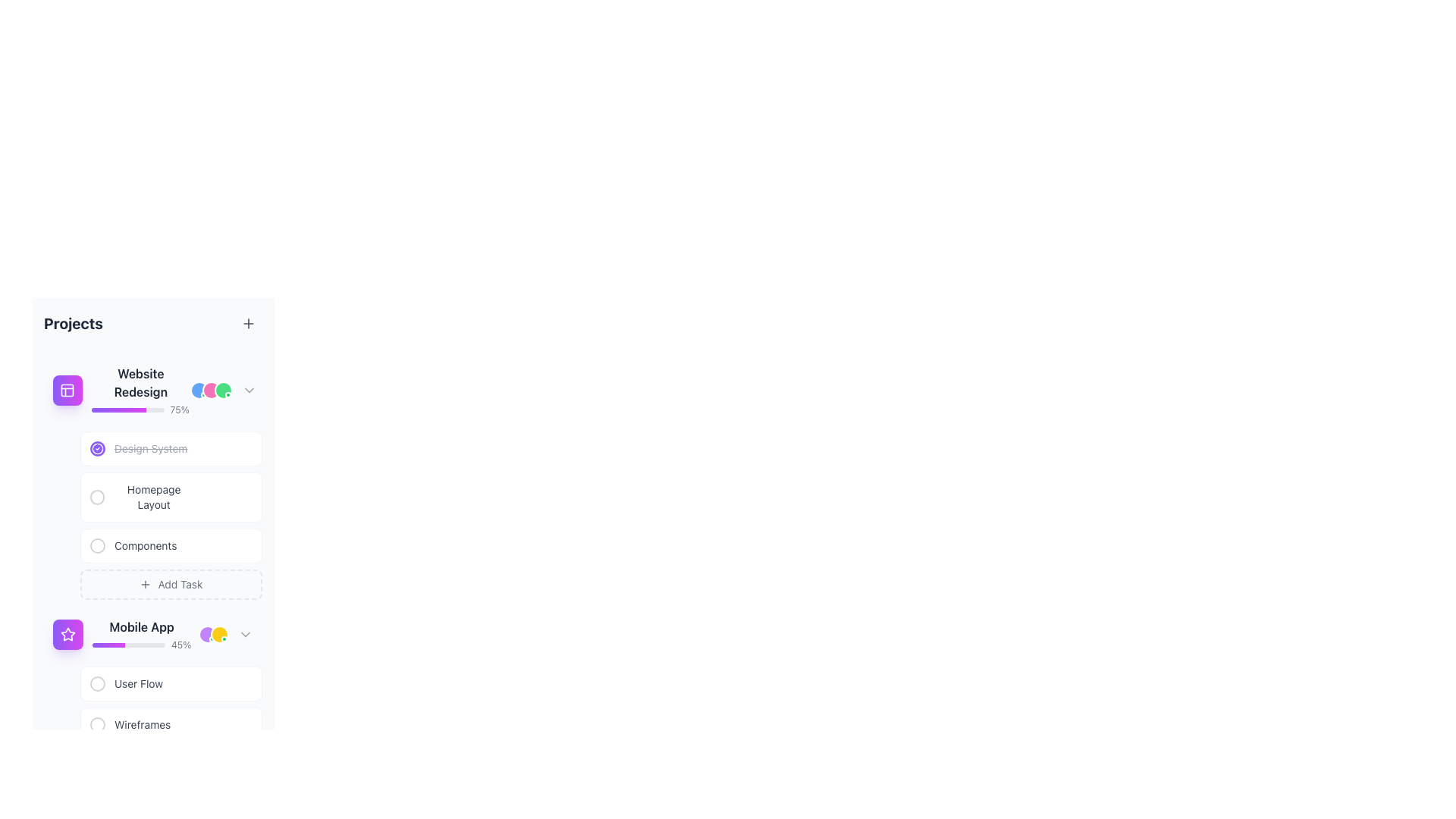  What do you see at coordinates (97, 447) in the screenshot?
I see `the button with an icon` at bounding box center [97, 447].